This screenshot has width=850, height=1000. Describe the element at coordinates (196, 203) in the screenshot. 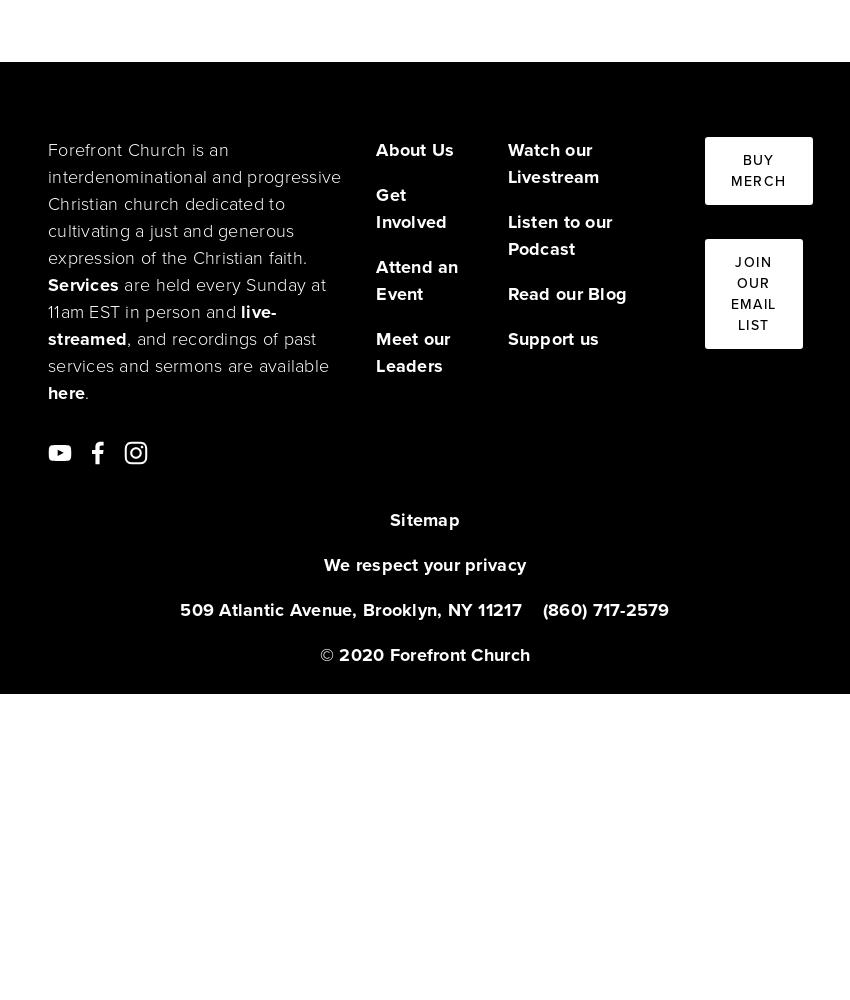

I see `'Forefront Church is an interdenominational and progressive Christian church dedicated to cultivating a just and generous expression of the Christian faith.'` at that location.